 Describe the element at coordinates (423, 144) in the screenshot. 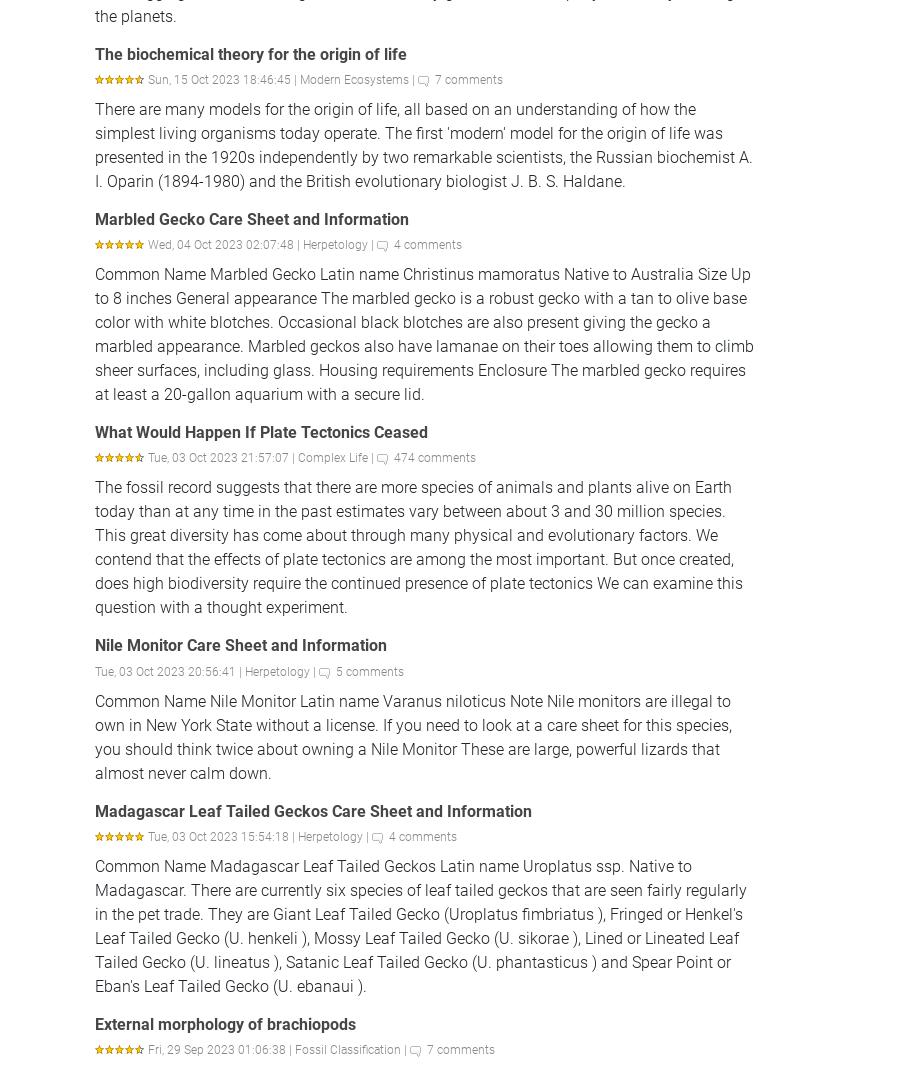

I see `'There are many models for the origin of life, all based on an understanding of how the simplest living organisms today operate. The first 'modern' model for the origin of life was presented in the 1920s independently by two remarkable scientists, the Russian biochemist A. I. Oparin (1894-1980) and the British evolutionary biologist J. B. S. Haldane.'` at that location.